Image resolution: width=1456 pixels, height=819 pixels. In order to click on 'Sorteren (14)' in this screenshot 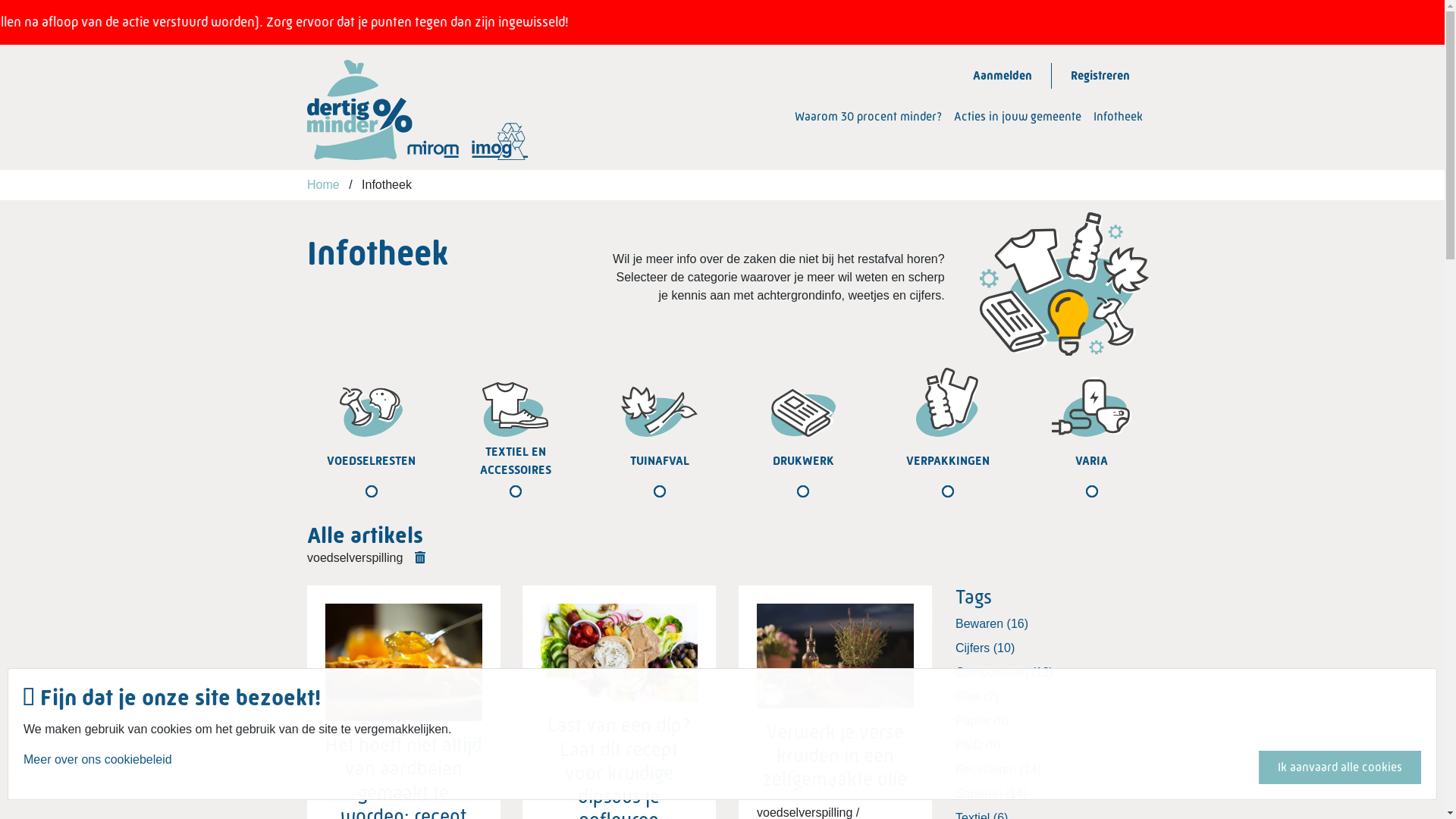, I will do `click(1051, 792)`.